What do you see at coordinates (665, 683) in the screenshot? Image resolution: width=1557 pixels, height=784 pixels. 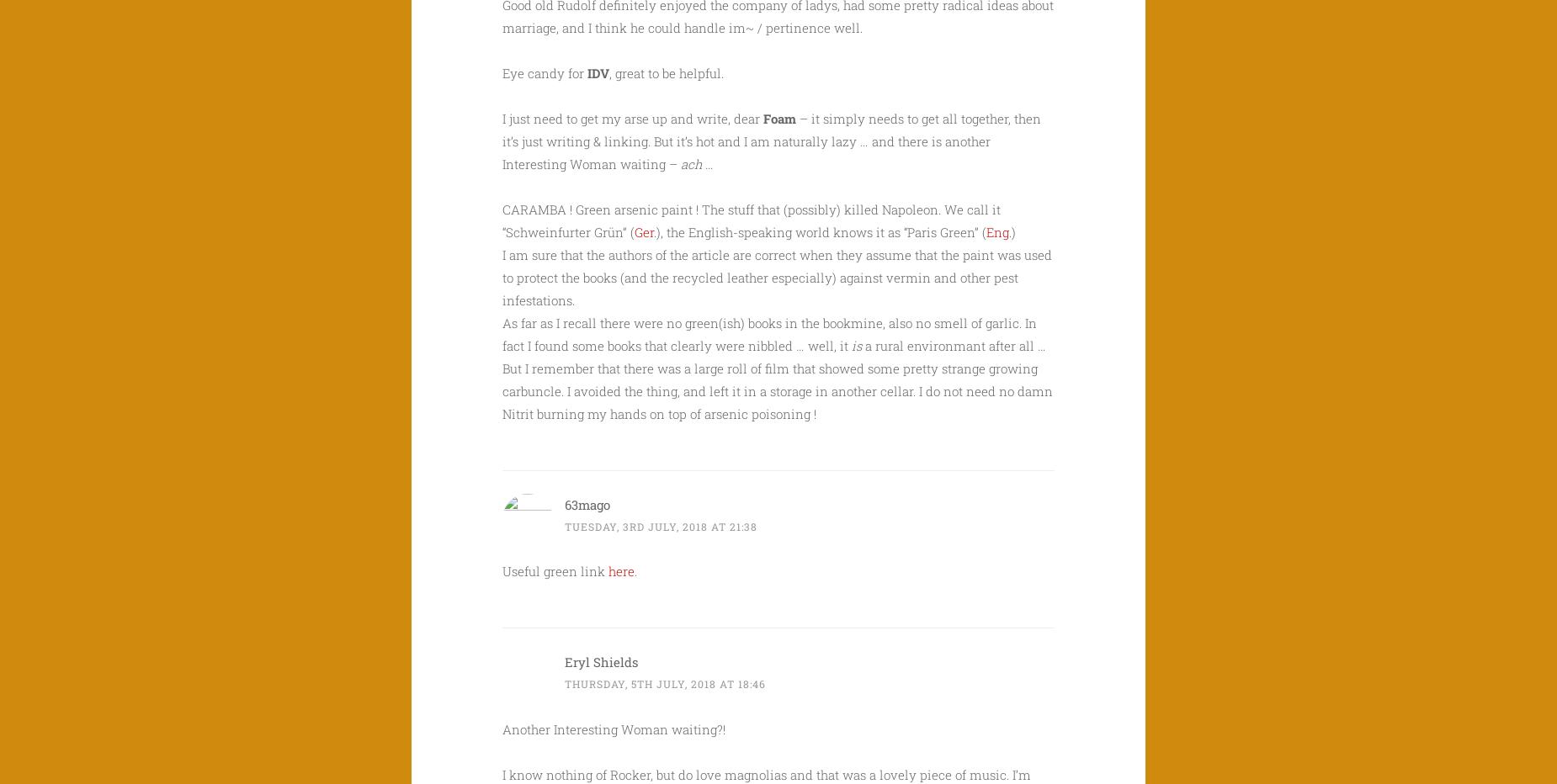 I see `'Thursday, 5th July, 2018 at 18:46'` at bounding box center [665, 683].